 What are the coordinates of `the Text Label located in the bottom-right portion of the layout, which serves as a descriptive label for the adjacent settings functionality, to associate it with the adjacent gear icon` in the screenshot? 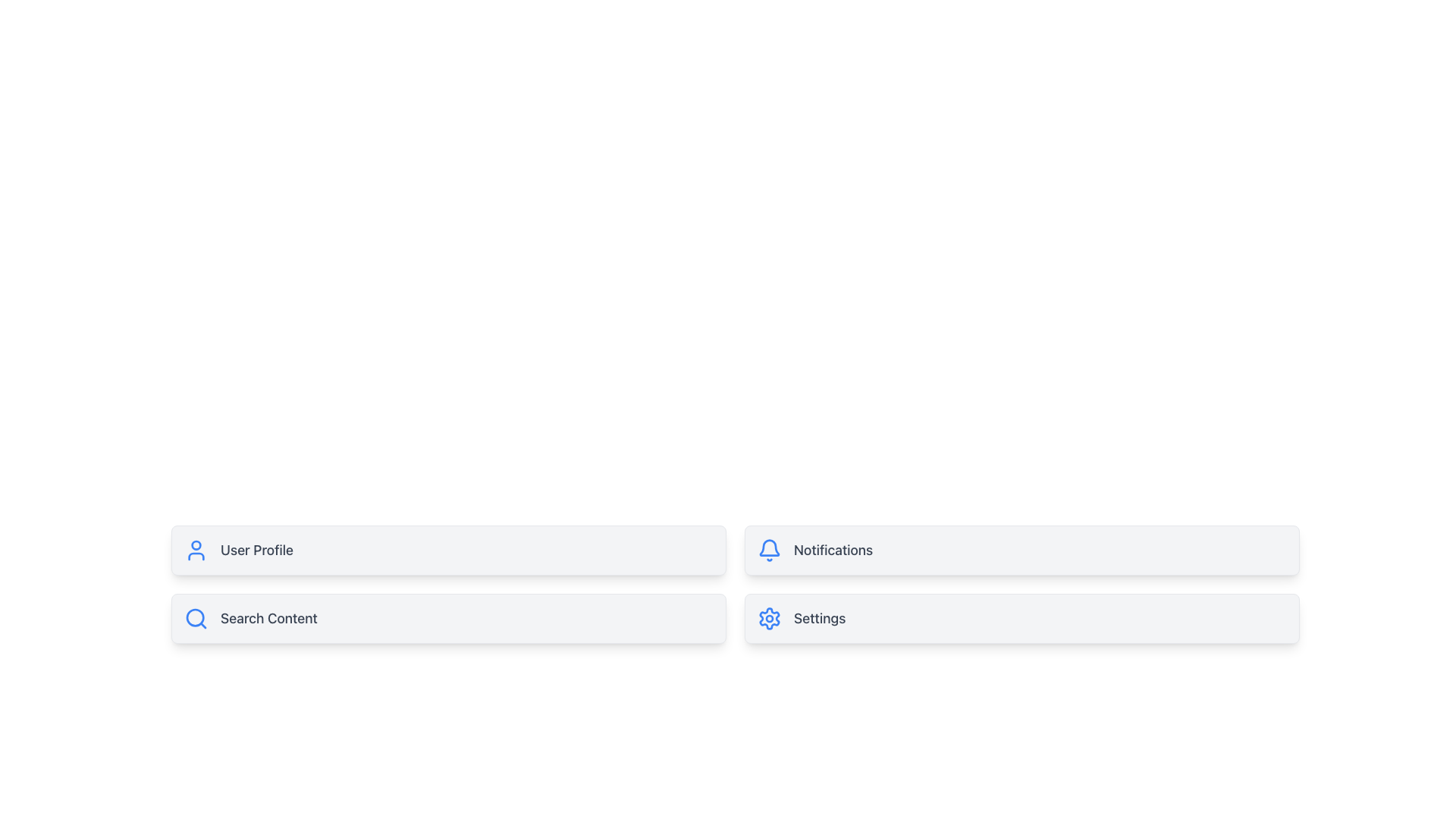 It's located at (819, 619).